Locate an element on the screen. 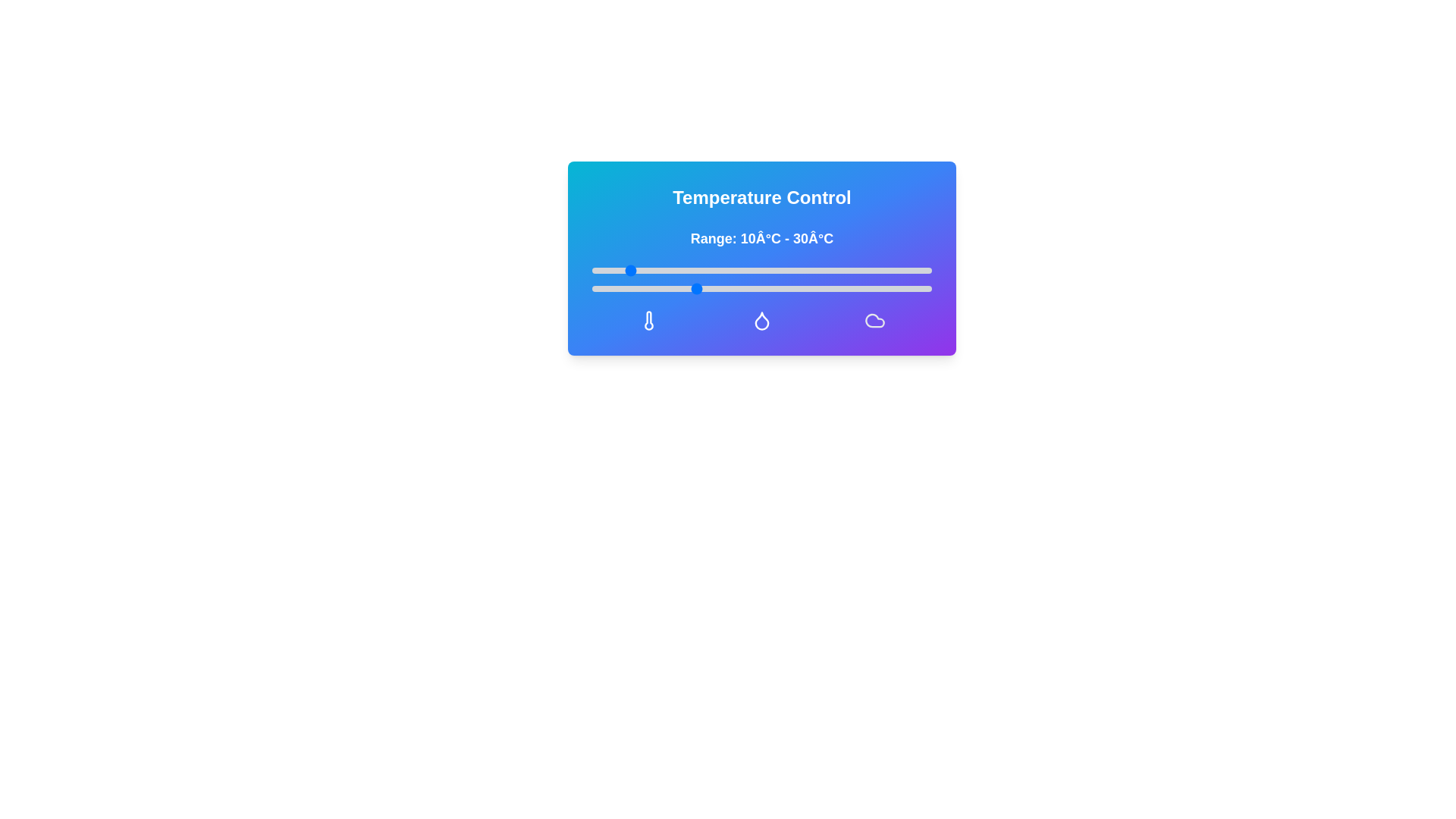  the slider is located at coordinates (921, 289).